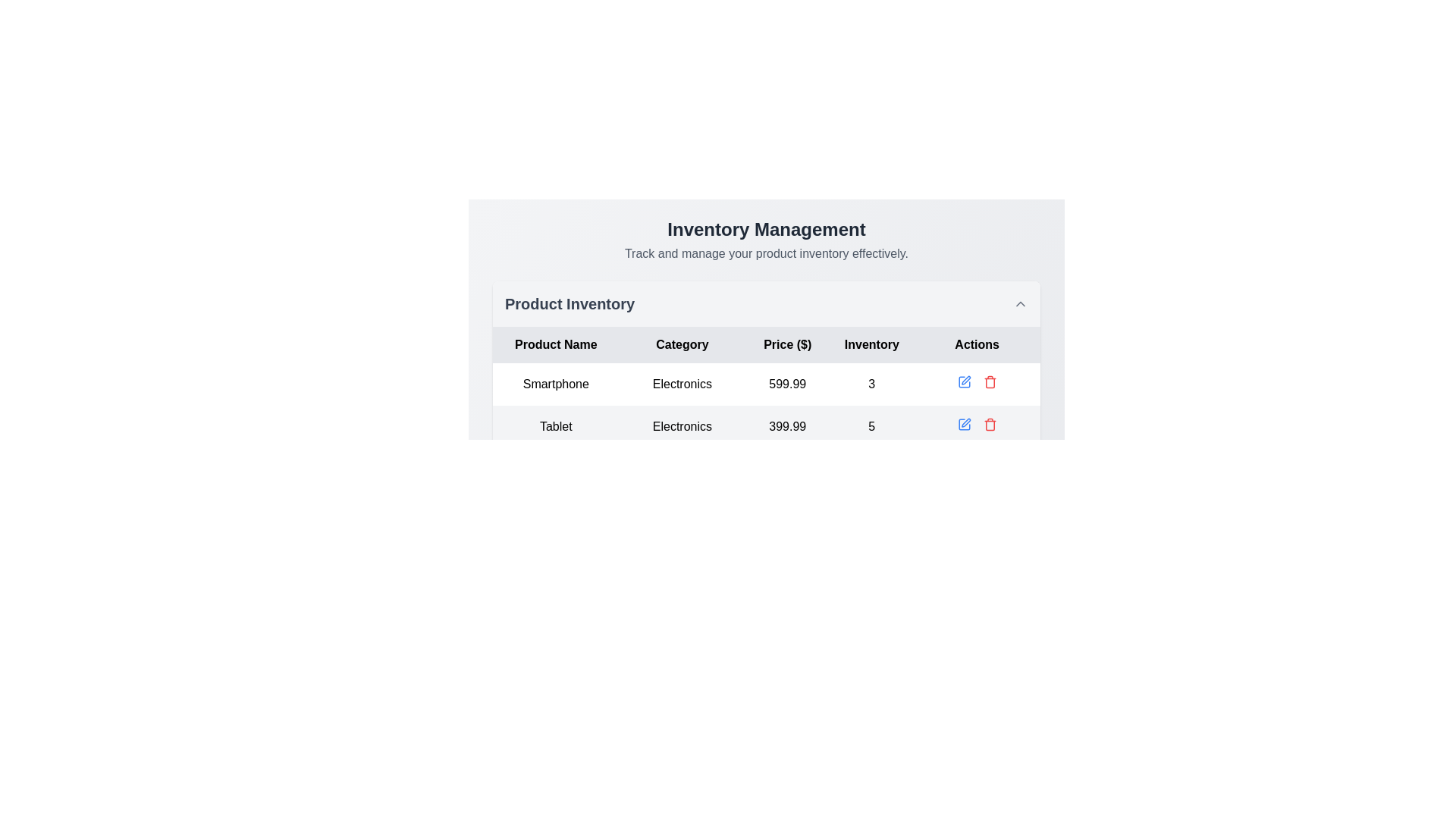  What do you see at coordinates (767, 230) in the screenshot?
I see `the bold, large-font text header reading 'Inventory Management', which is prominently displayed at the top of the section` at bounding box center [767, 230].